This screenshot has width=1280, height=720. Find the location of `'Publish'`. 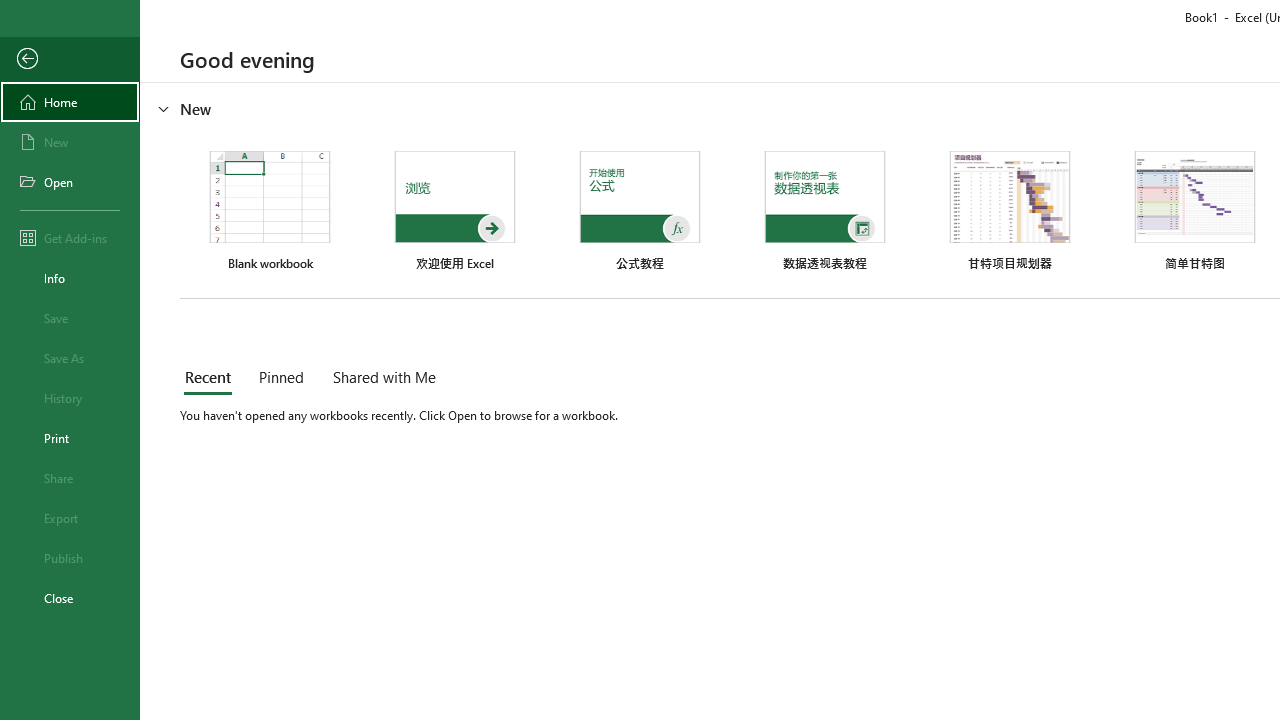

'Publish' is located at coordinates (69, 558).